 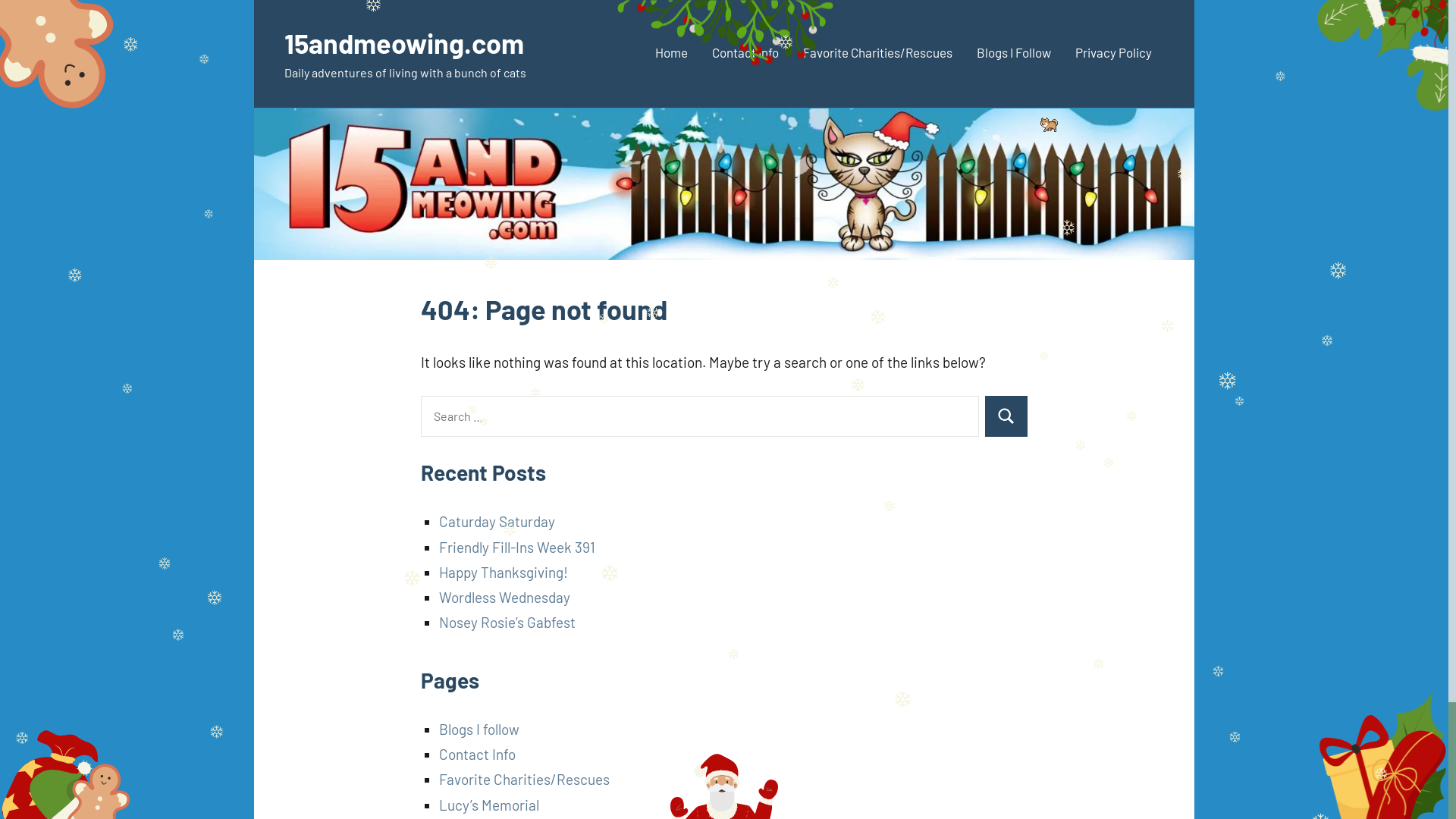 I want to click on 'Wordless Wednesday', so click(x=504, y=596).